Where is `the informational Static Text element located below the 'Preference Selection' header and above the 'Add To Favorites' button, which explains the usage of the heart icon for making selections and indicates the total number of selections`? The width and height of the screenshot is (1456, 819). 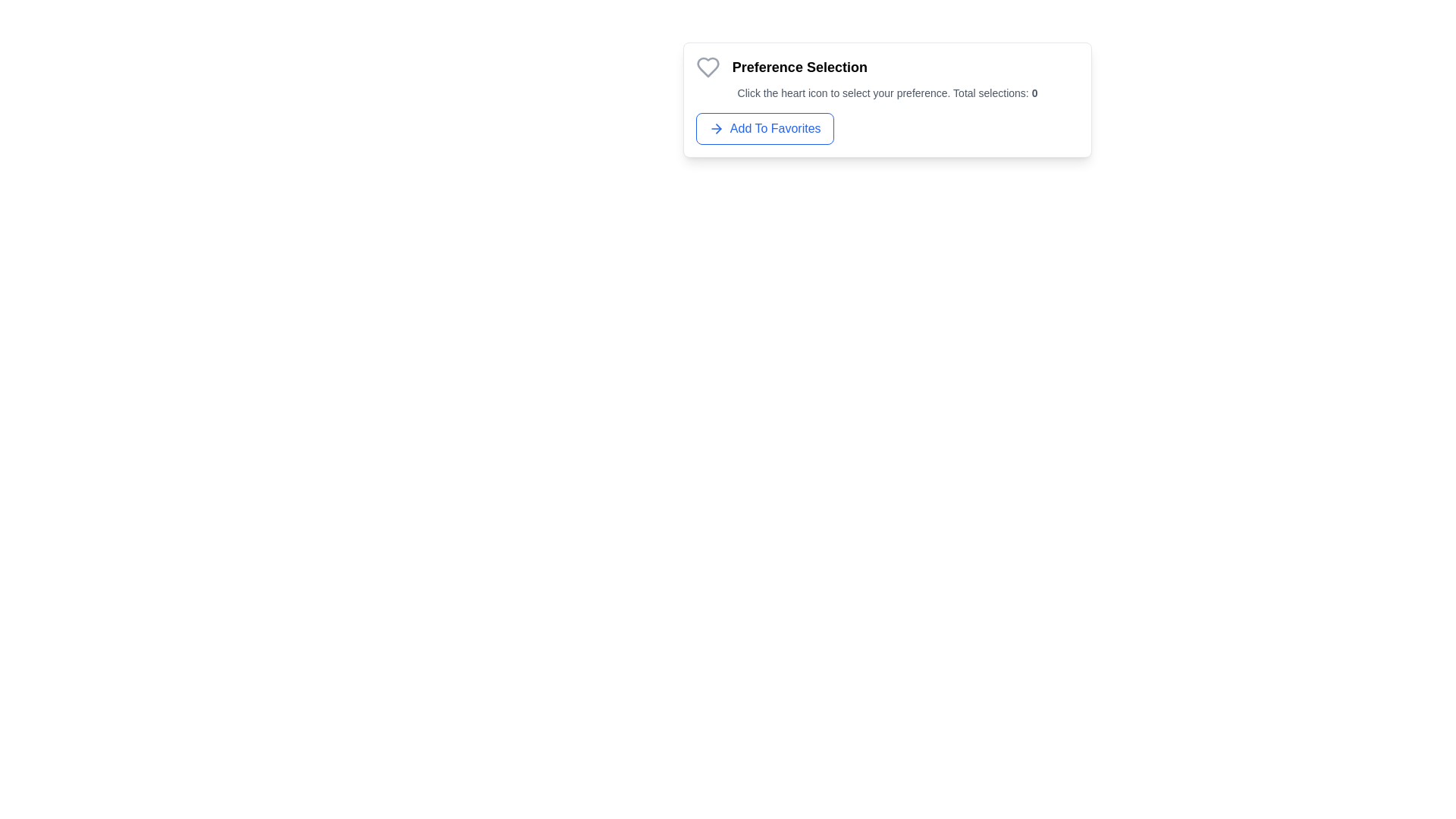
the informational Static Text element located below the 'Preference Selection' header and above the 'Add To Favorites' button, which explains the usage of the heart icon for making selections and indicates the total number of selections is located at coordinates (887, 93).